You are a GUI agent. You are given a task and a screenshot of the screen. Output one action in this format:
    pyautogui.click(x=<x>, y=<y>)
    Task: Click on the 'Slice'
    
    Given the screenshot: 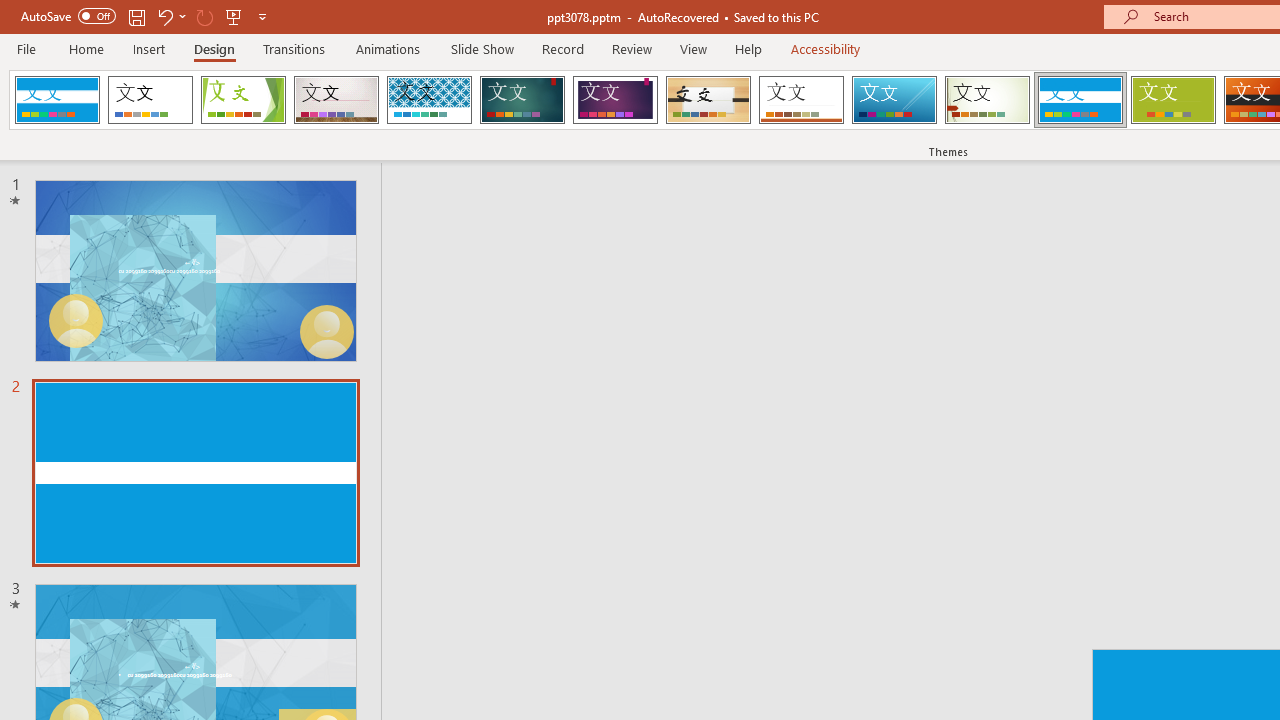 What is the action you would take?
    pyautogui.click(x=893, y=100)
    